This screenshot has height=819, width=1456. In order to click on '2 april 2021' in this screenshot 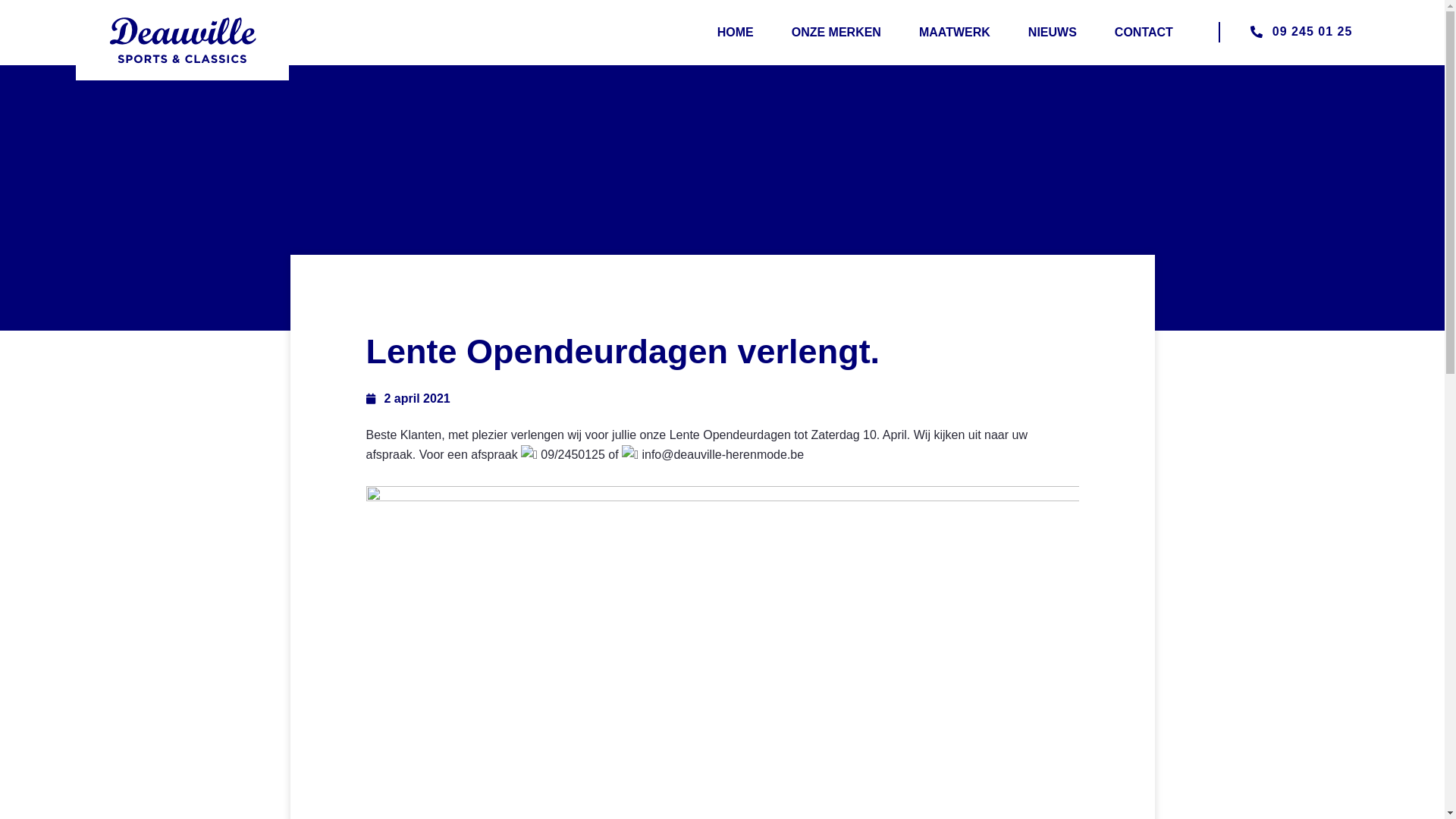, I will do `click(407, 397)`.